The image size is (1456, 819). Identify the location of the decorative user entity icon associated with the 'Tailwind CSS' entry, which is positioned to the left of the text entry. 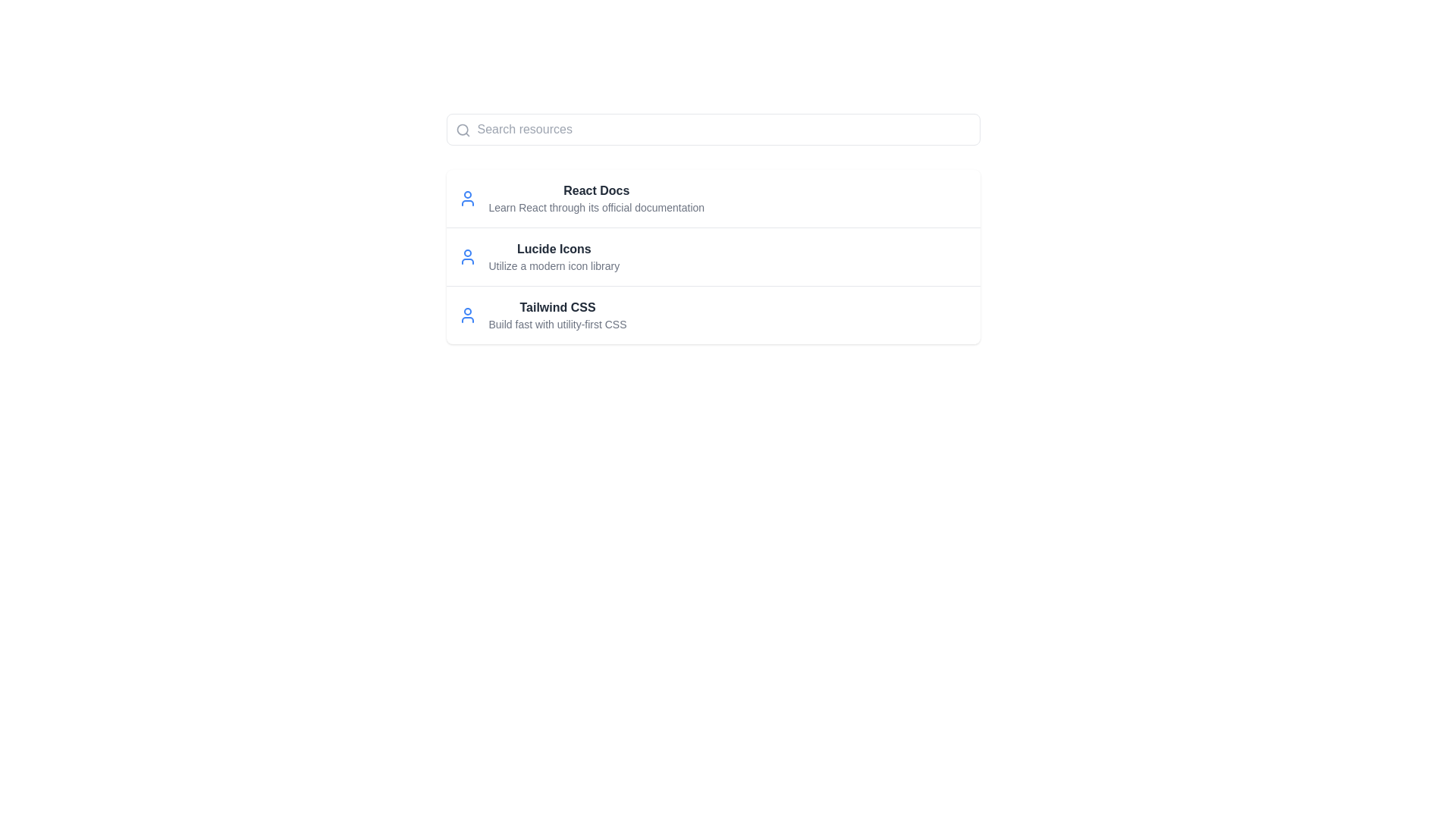
(466, 315).